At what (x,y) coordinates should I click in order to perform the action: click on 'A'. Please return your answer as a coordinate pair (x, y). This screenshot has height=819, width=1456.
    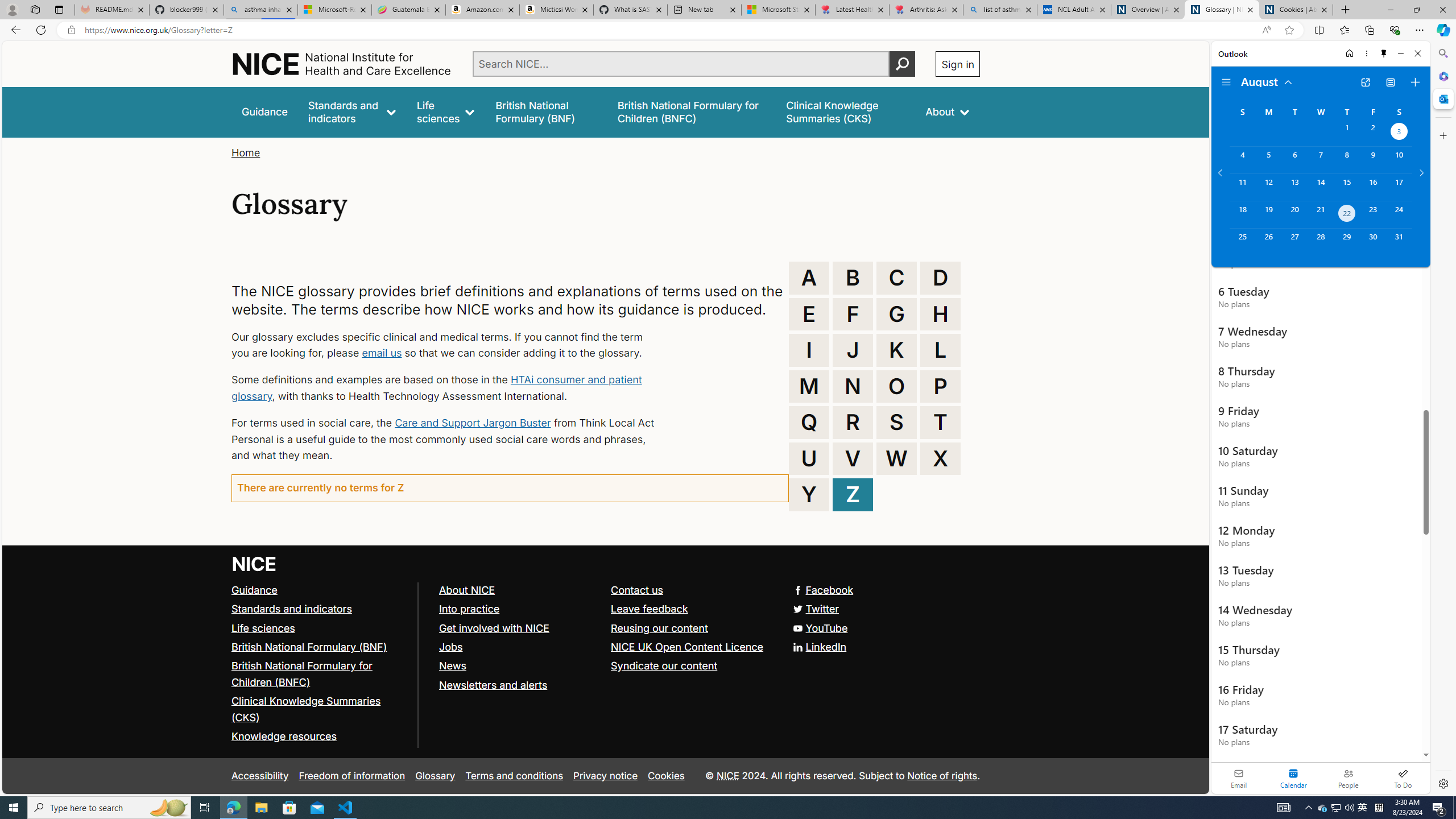
    Looking at the image, I should click on (809, 277).